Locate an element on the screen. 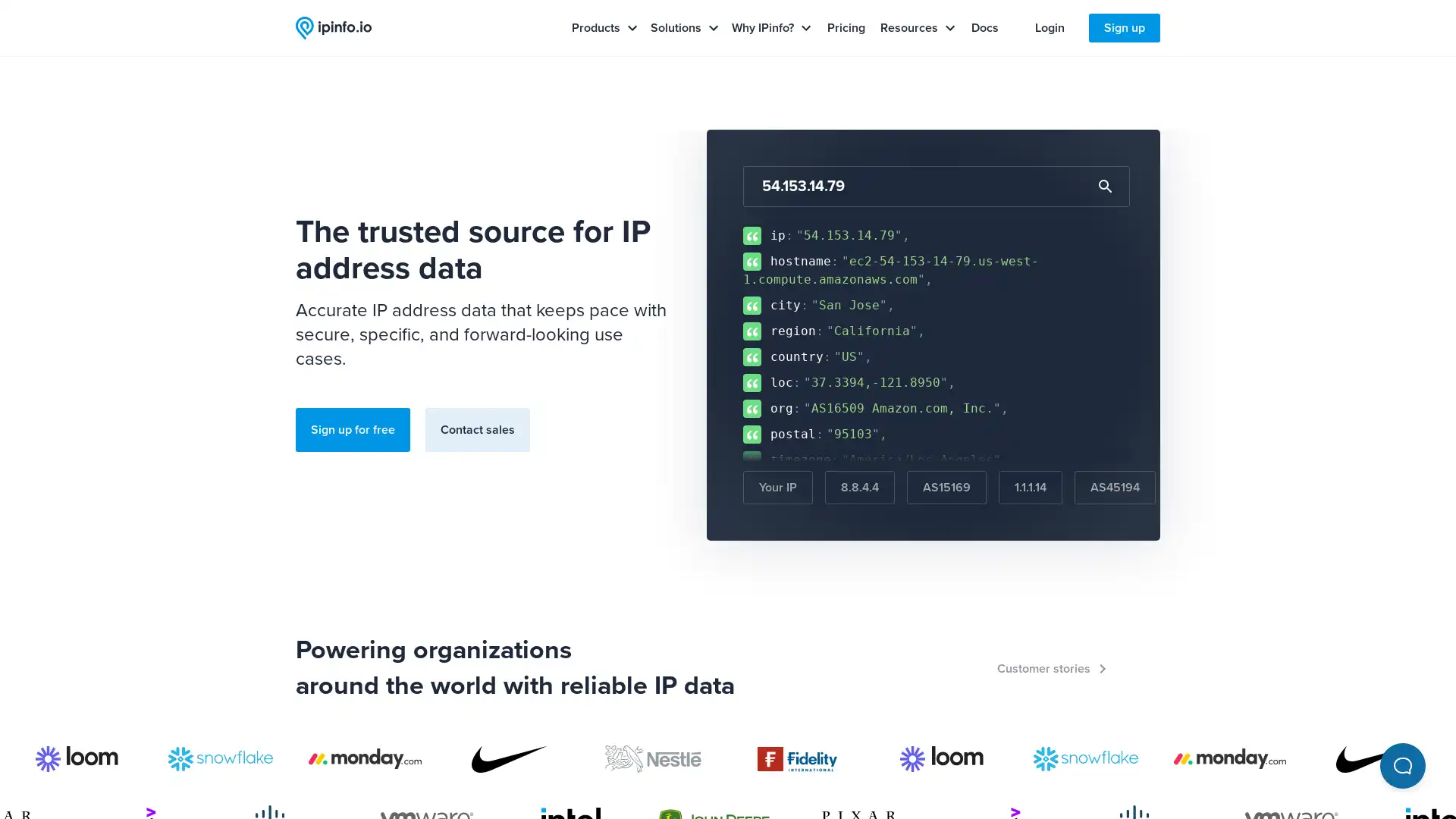  Products is located at coordinates (604, 28).